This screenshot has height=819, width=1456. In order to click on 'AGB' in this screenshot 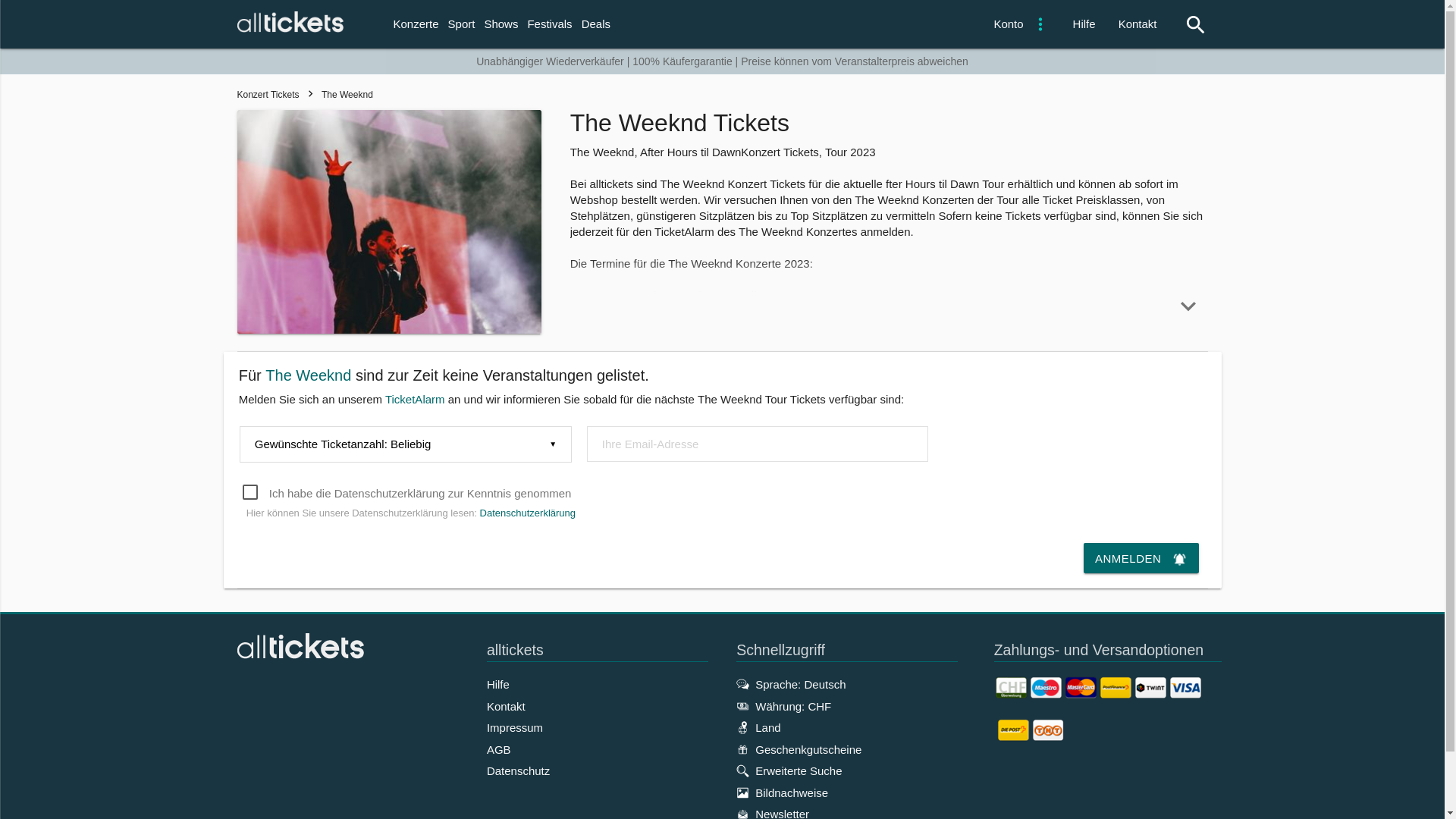, I will do `click(498, 748)`.